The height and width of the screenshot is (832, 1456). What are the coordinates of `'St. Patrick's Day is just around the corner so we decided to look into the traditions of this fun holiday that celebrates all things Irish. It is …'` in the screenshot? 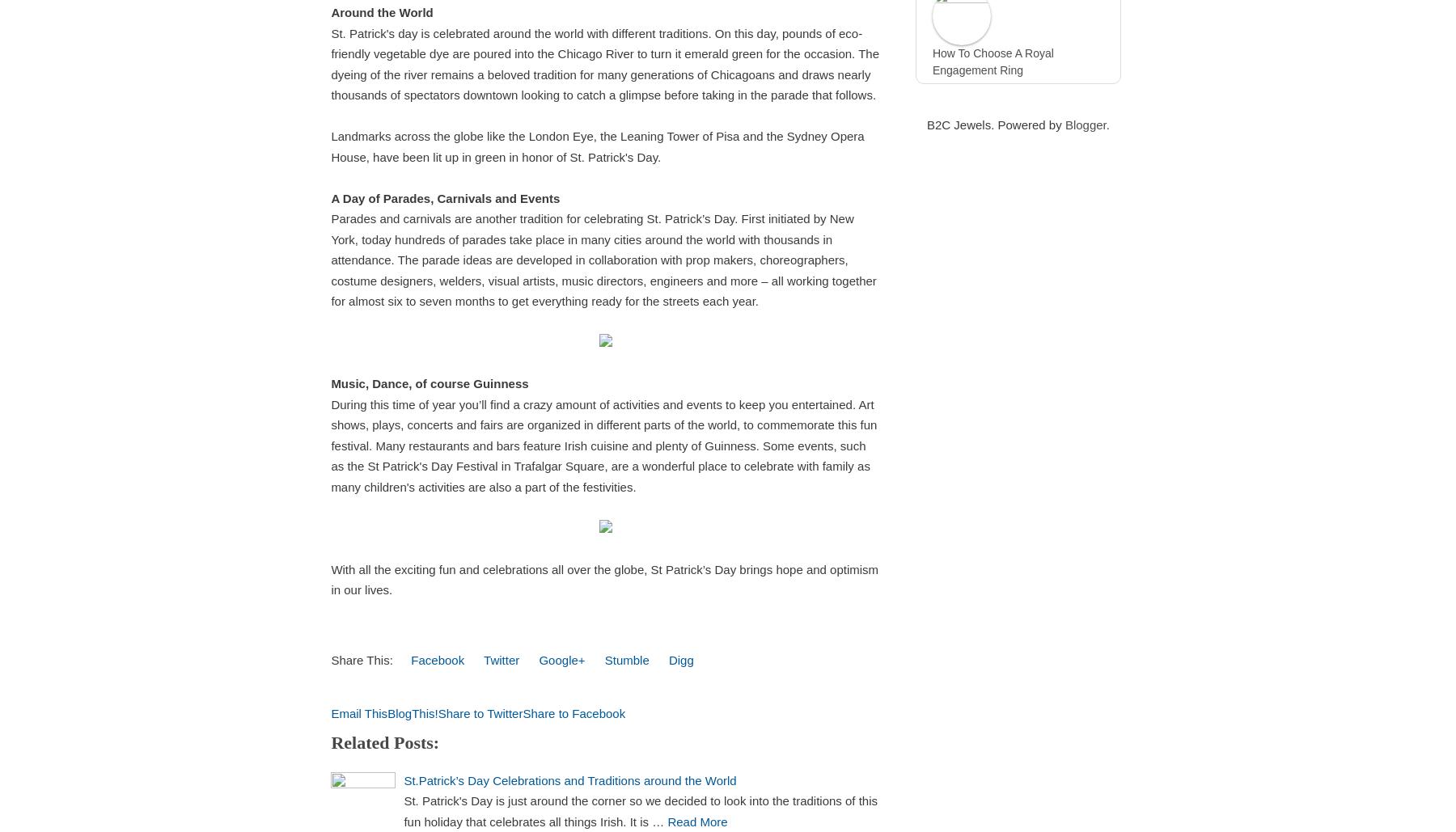 It's located at (402, 809).